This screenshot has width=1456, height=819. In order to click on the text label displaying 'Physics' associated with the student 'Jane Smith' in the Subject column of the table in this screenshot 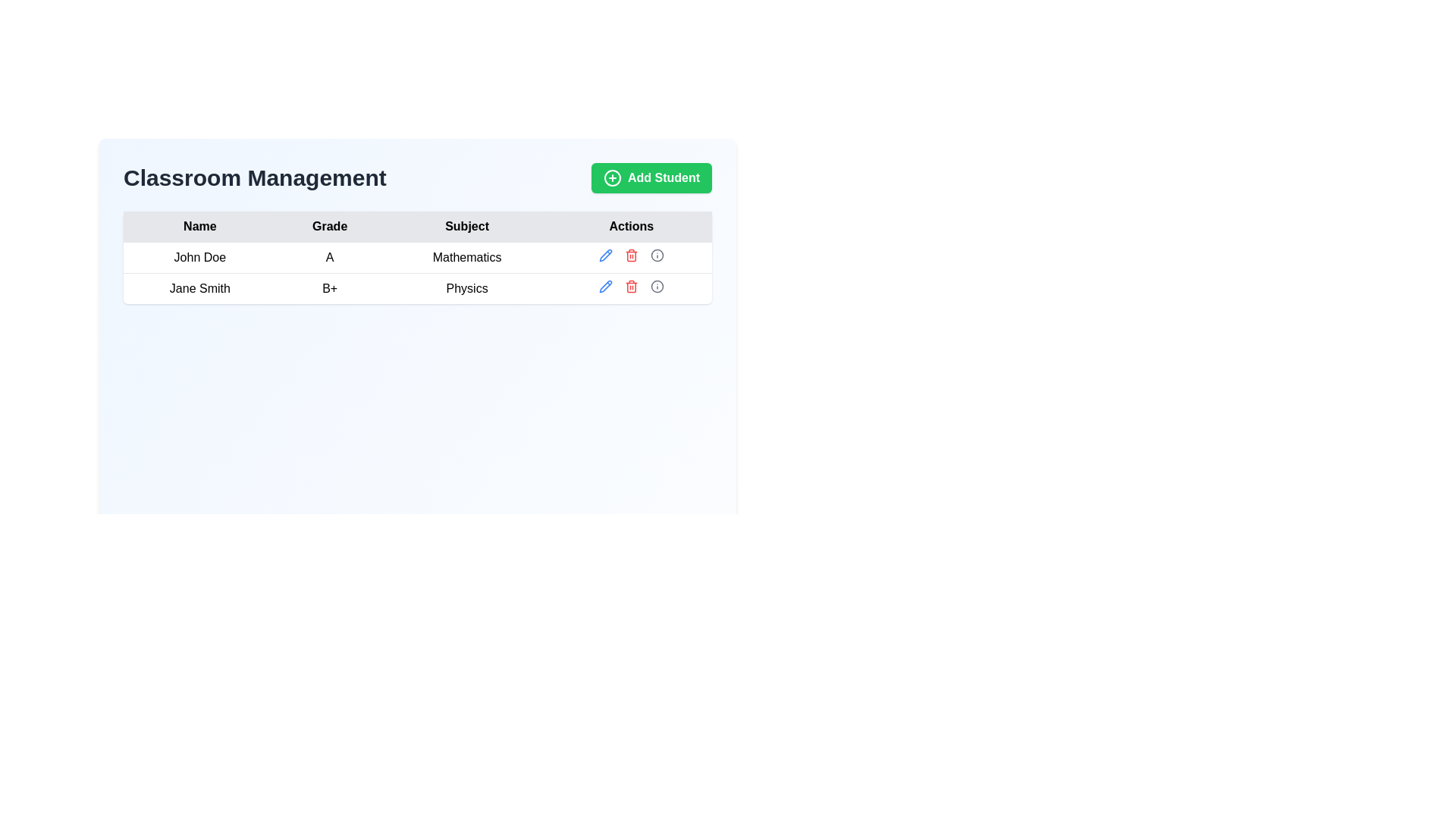, I will do `click(466, 288)`.